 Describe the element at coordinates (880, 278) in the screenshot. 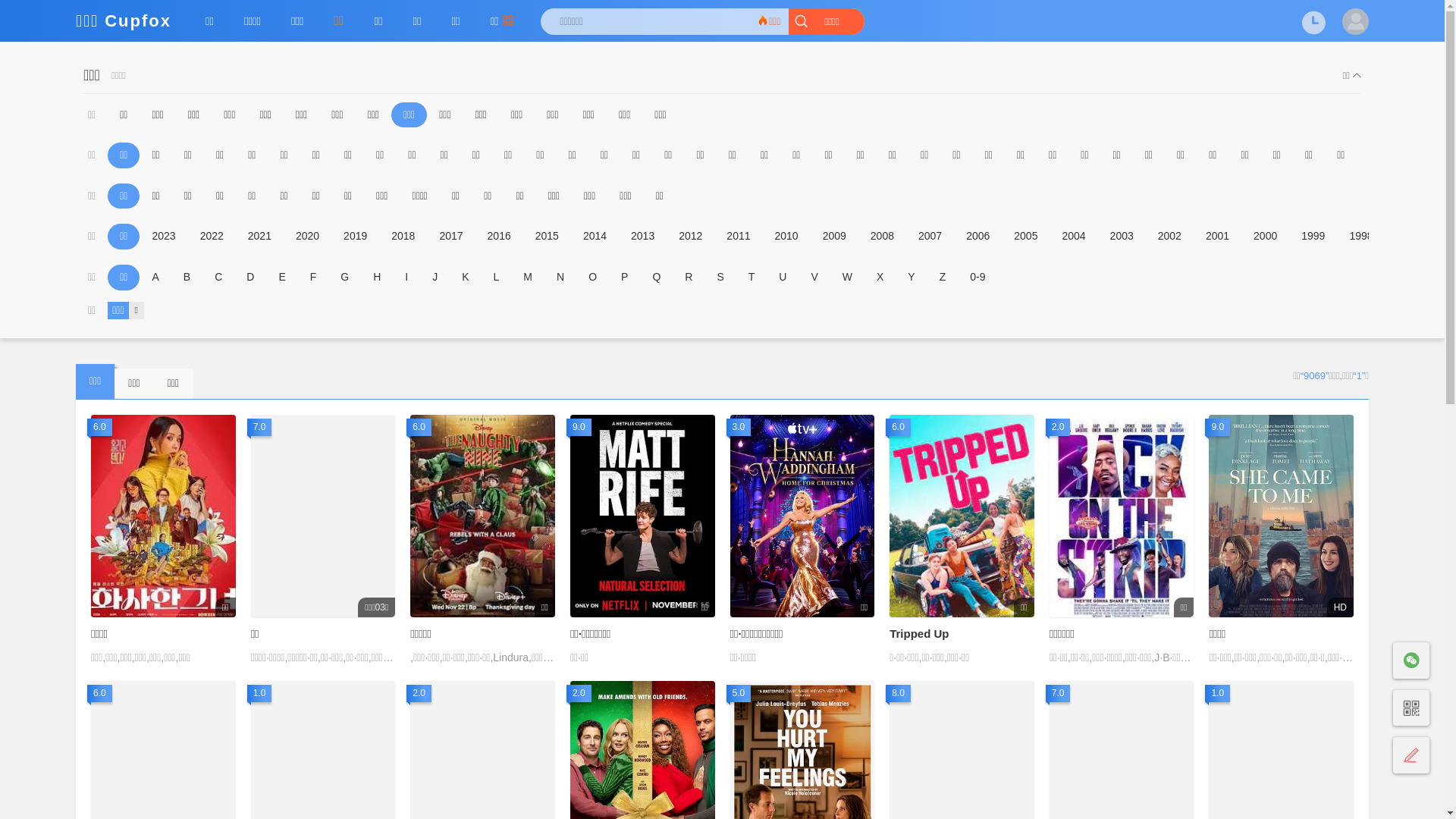

I see `'X'` at that location.